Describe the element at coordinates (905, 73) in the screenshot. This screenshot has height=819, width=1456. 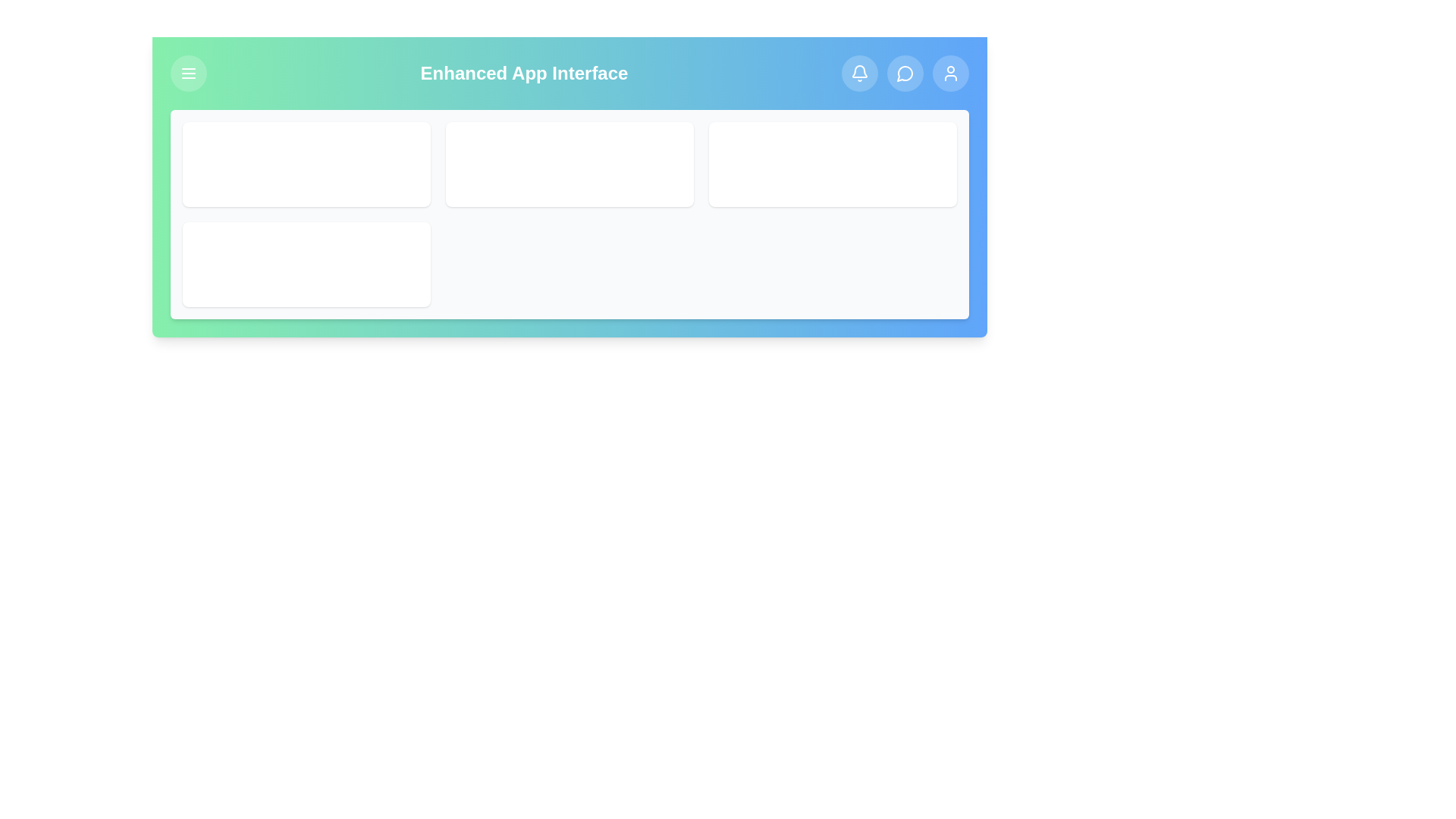
I see `messages button to view messages` at that location.